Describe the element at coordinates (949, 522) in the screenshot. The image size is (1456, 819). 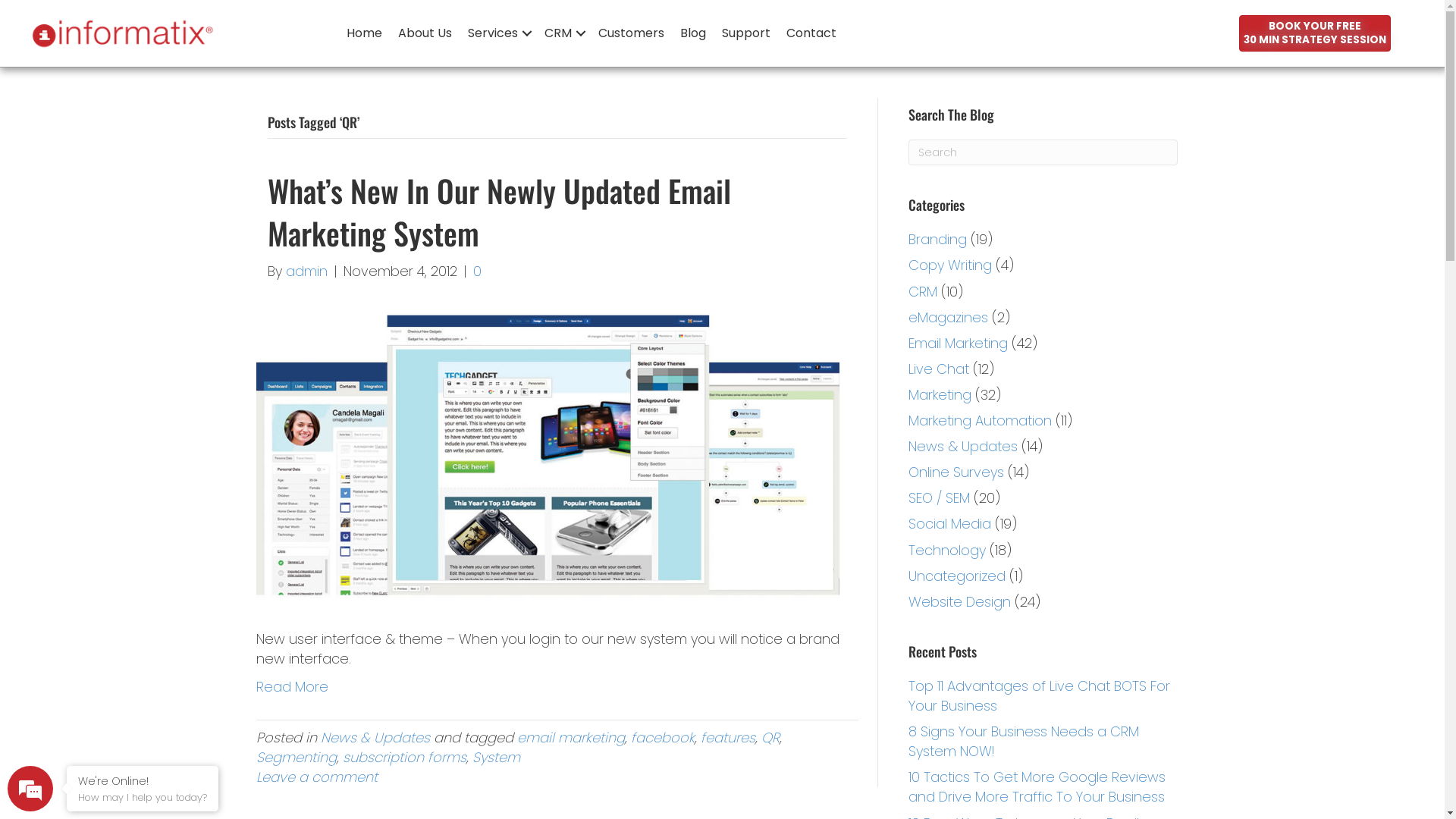
I see `'Social Media'` at that location.